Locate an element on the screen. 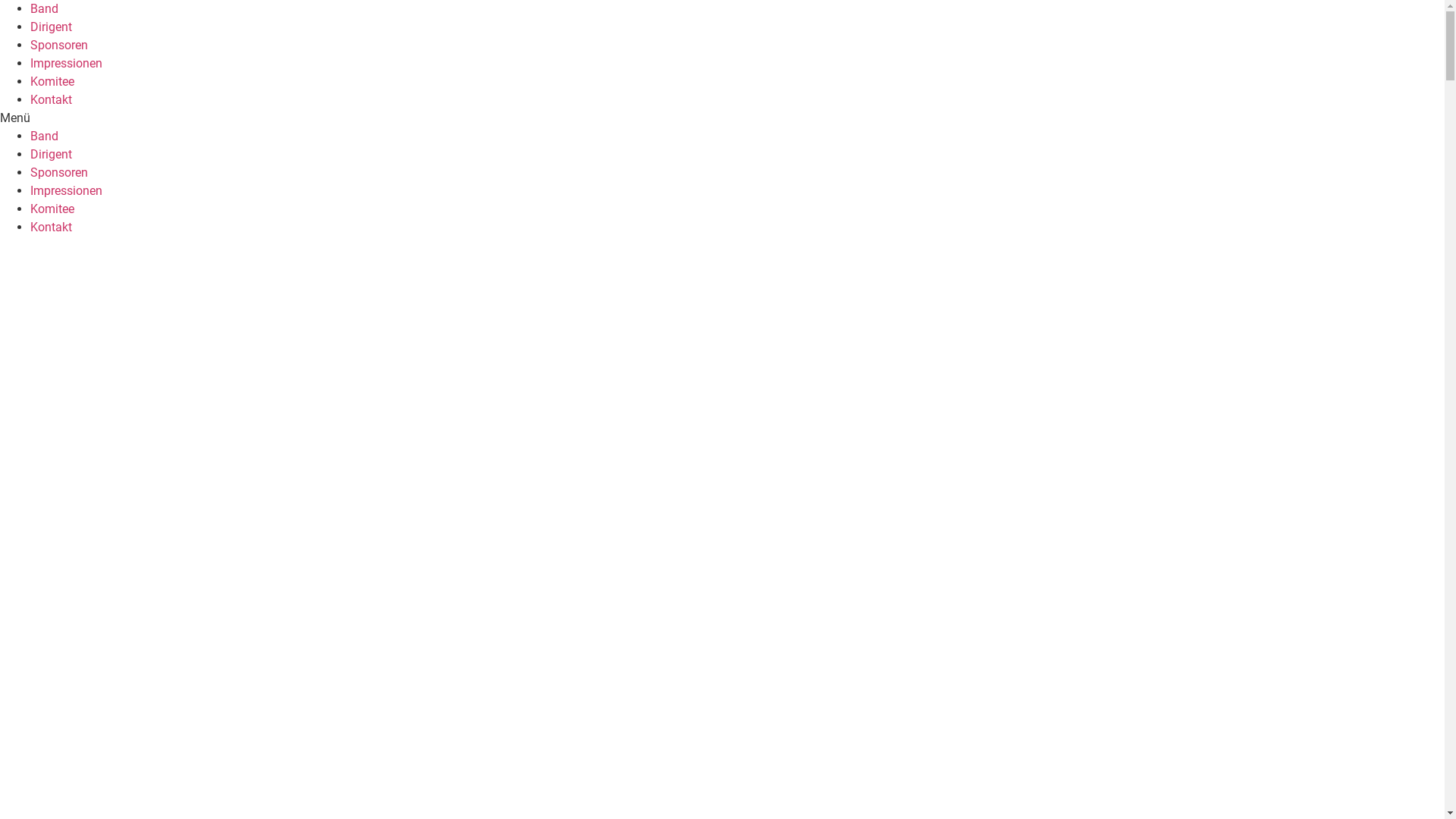 The image size is (1456, 819). 'Dirigent' is located at coordinates (51, 27).